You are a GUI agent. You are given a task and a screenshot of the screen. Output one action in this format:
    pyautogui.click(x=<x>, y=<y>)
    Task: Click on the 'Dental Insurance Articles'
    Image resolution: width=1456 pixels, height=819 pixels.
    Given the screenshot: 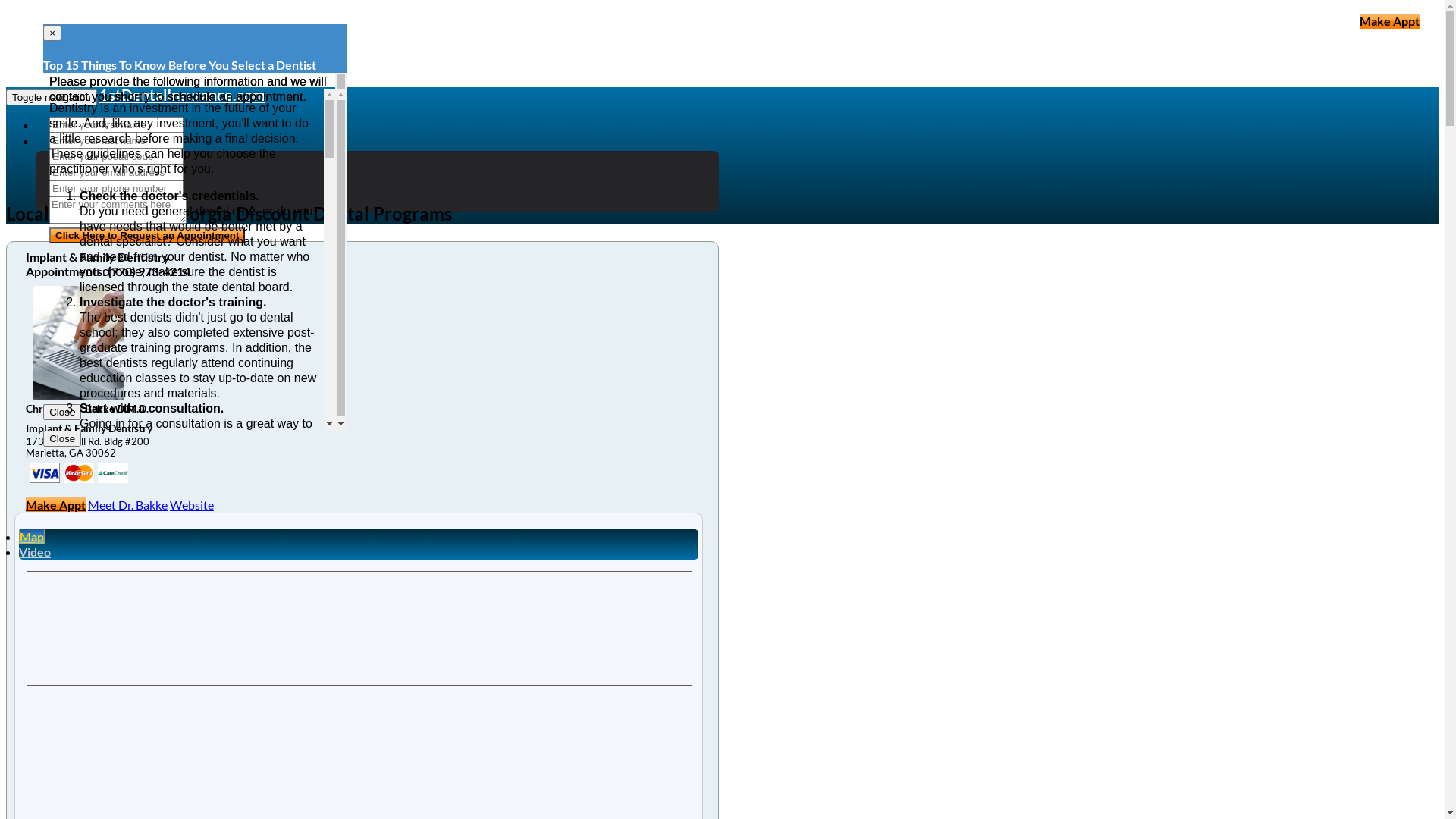 What is the action you would take?
    pyautogui.click(x=103, y=141)
    